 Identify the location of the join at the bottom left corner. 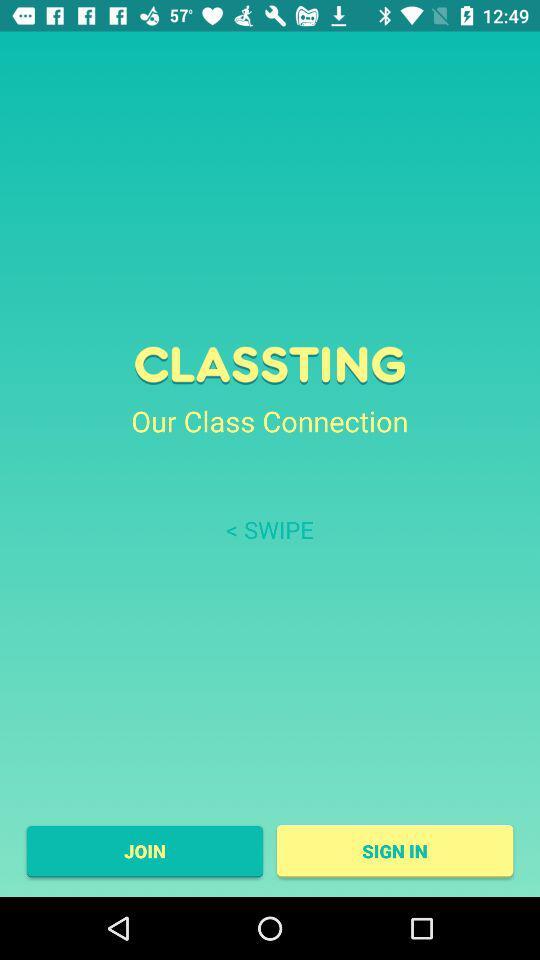
(143, 850).